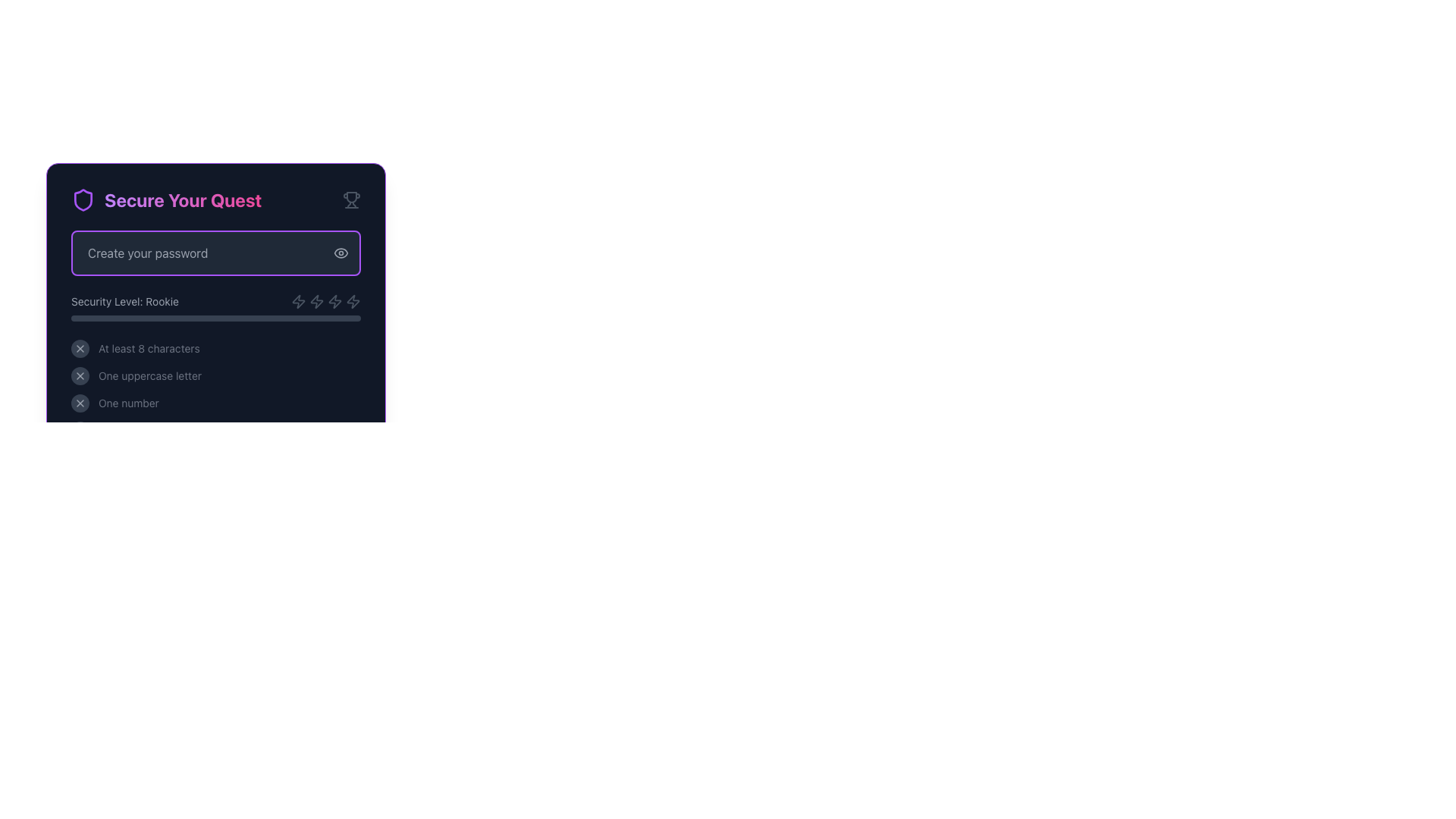  I want to click on the decorative icon indicating password strength in the security level section of the password creation interface, located in the third row adjacent to the password security level label, so click(315, 301).